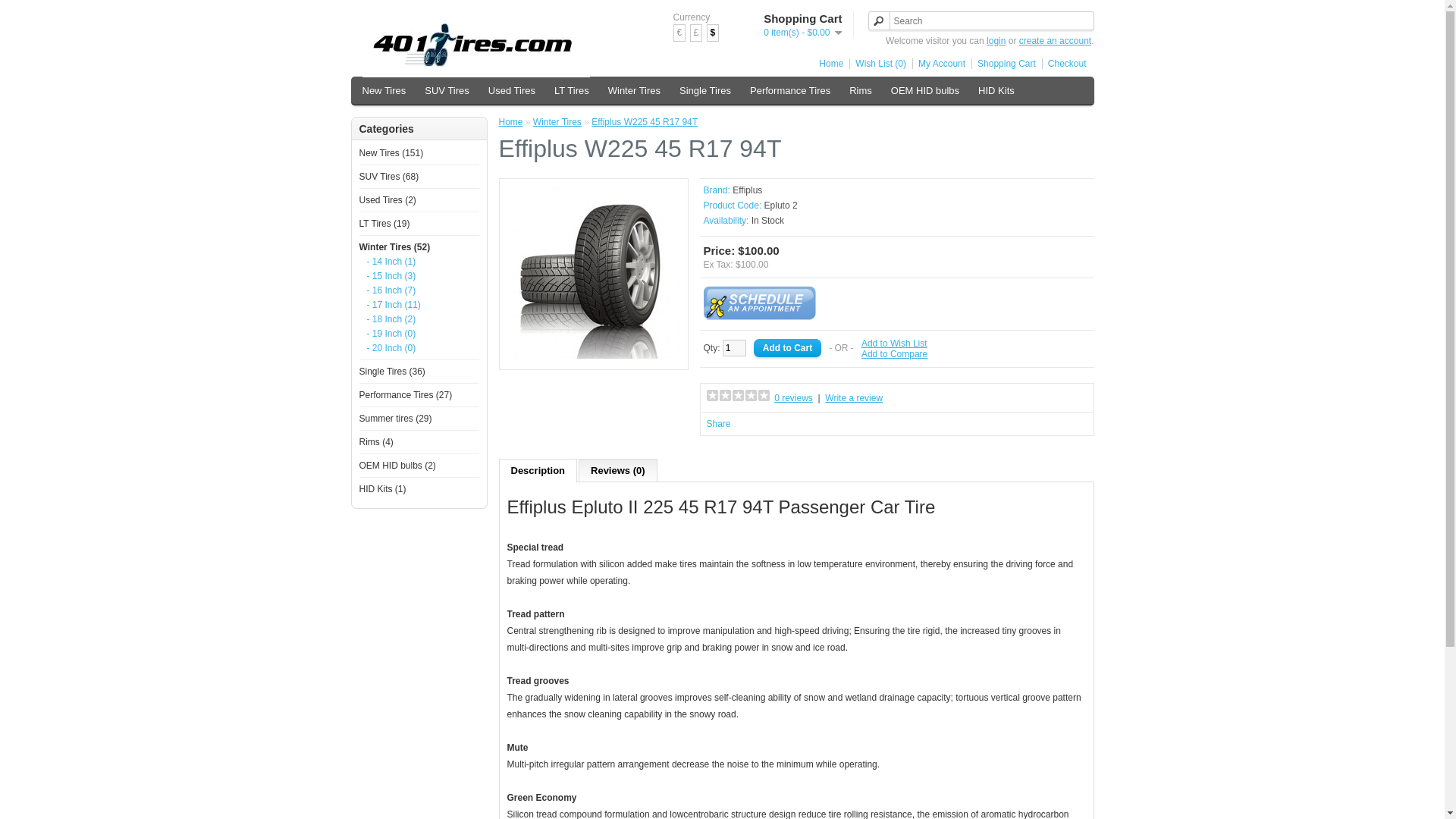 This screenshot has width=1456, height=819. Describe the element at coordinates (384, 223) in the screenshot. I see `'LT Tires (19)'` at that location.